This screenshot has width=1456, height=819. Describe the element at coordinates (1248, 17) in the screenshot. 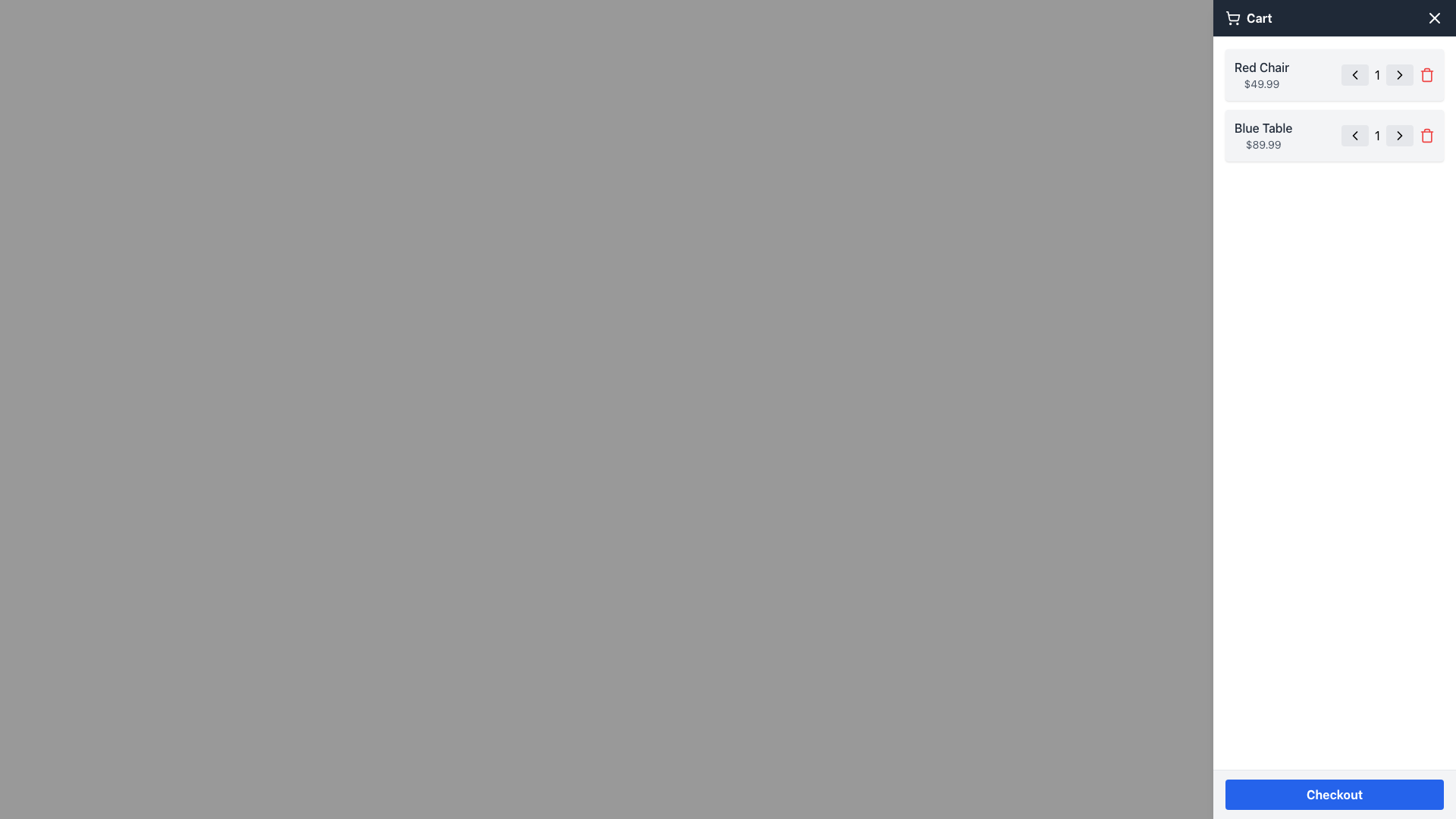

I see `the Text Label with Icon that serves as a header for the shopping cart section, located in the top-right corner of the header interface` at that location.